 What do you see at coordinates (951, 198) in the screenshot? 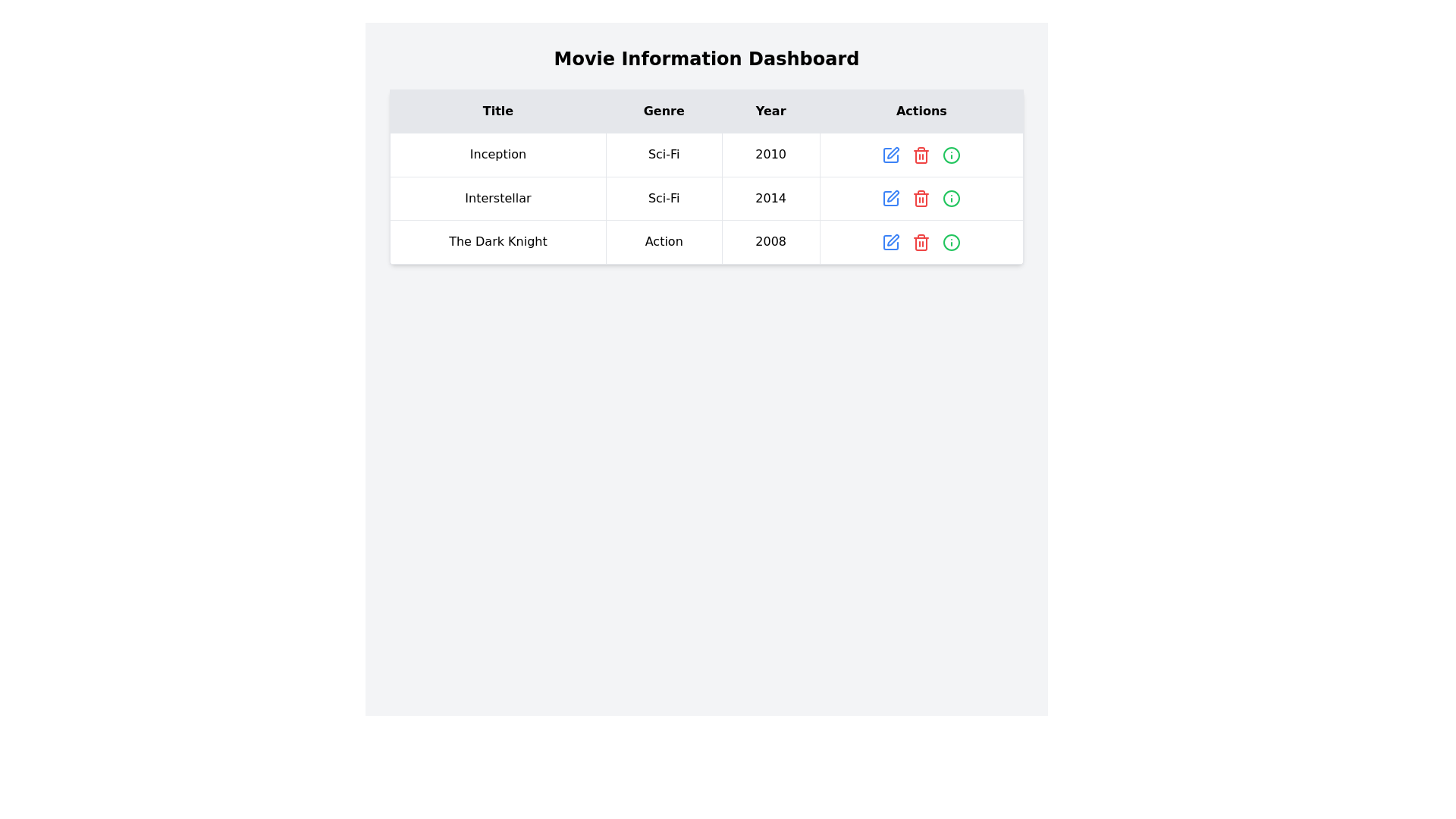
I see `the SVG-based info icon with a thin green border located in the second row of the 'Actions' column of a table` at bounding box center [951, 198].